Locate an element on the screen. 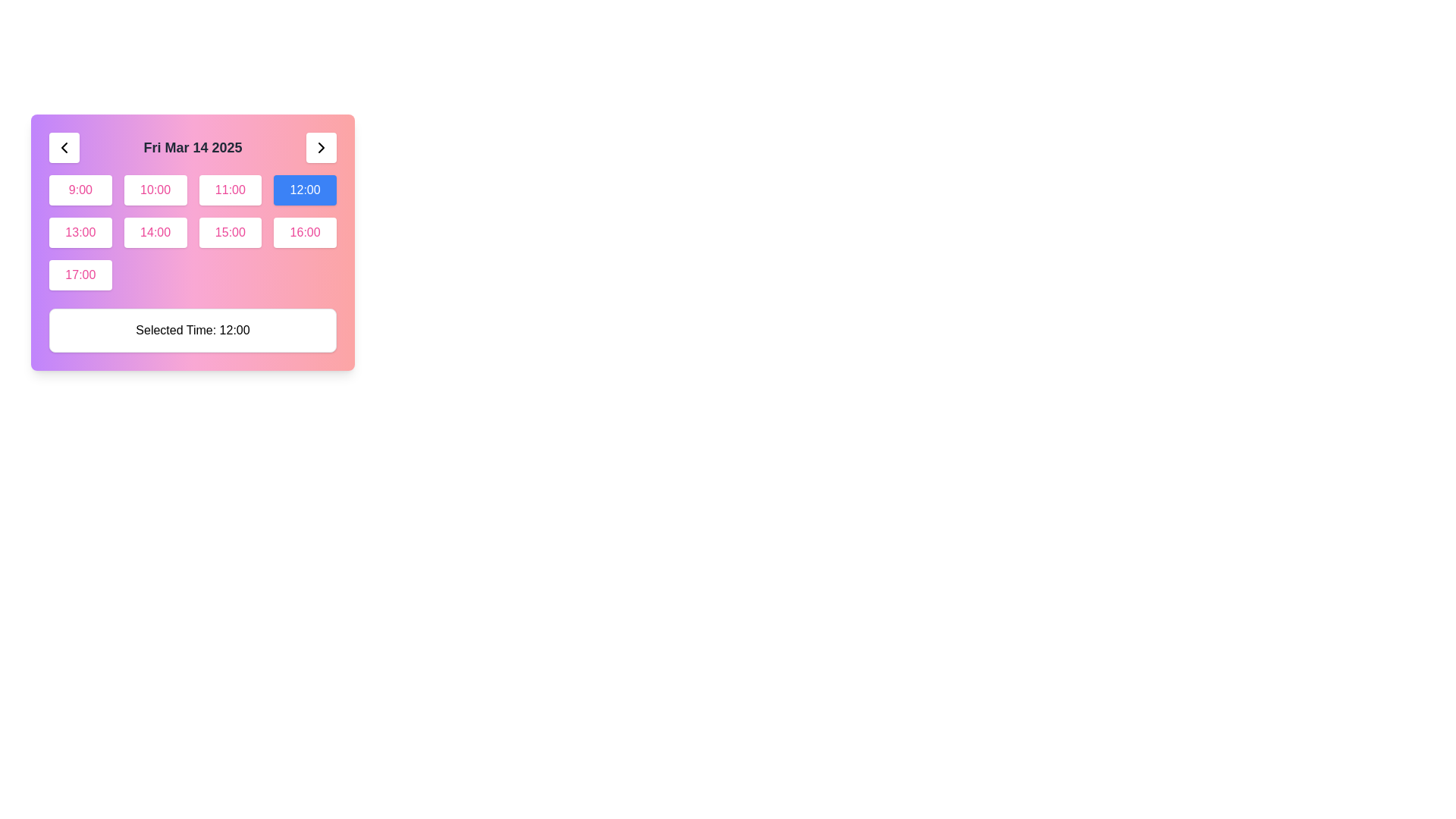 The image size is (1456, 819). the first button in the grid layout is located at coordinates (80, 189).